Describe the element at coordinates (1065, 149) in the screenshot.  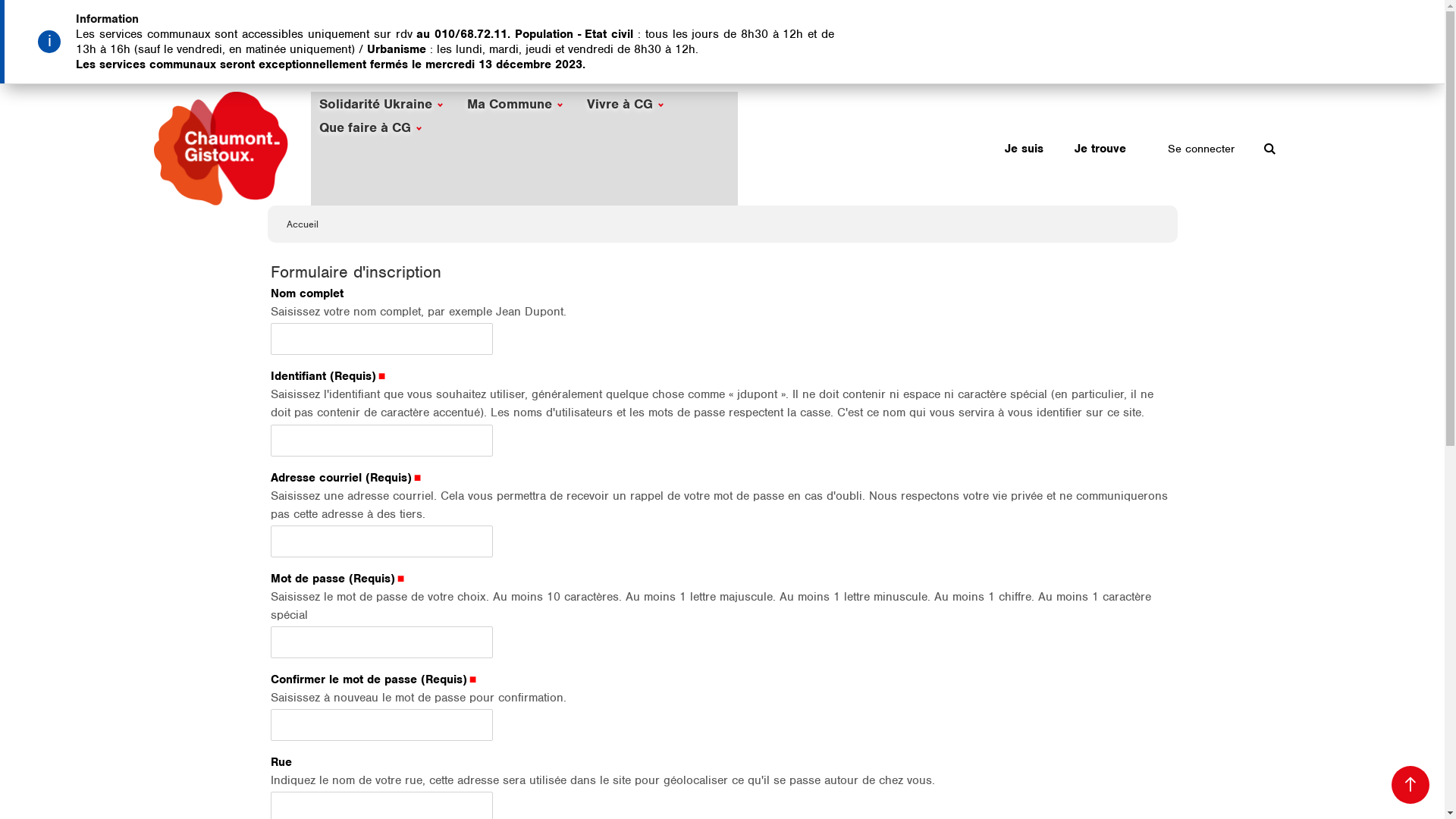
I see `'Je trouve'` at that location.